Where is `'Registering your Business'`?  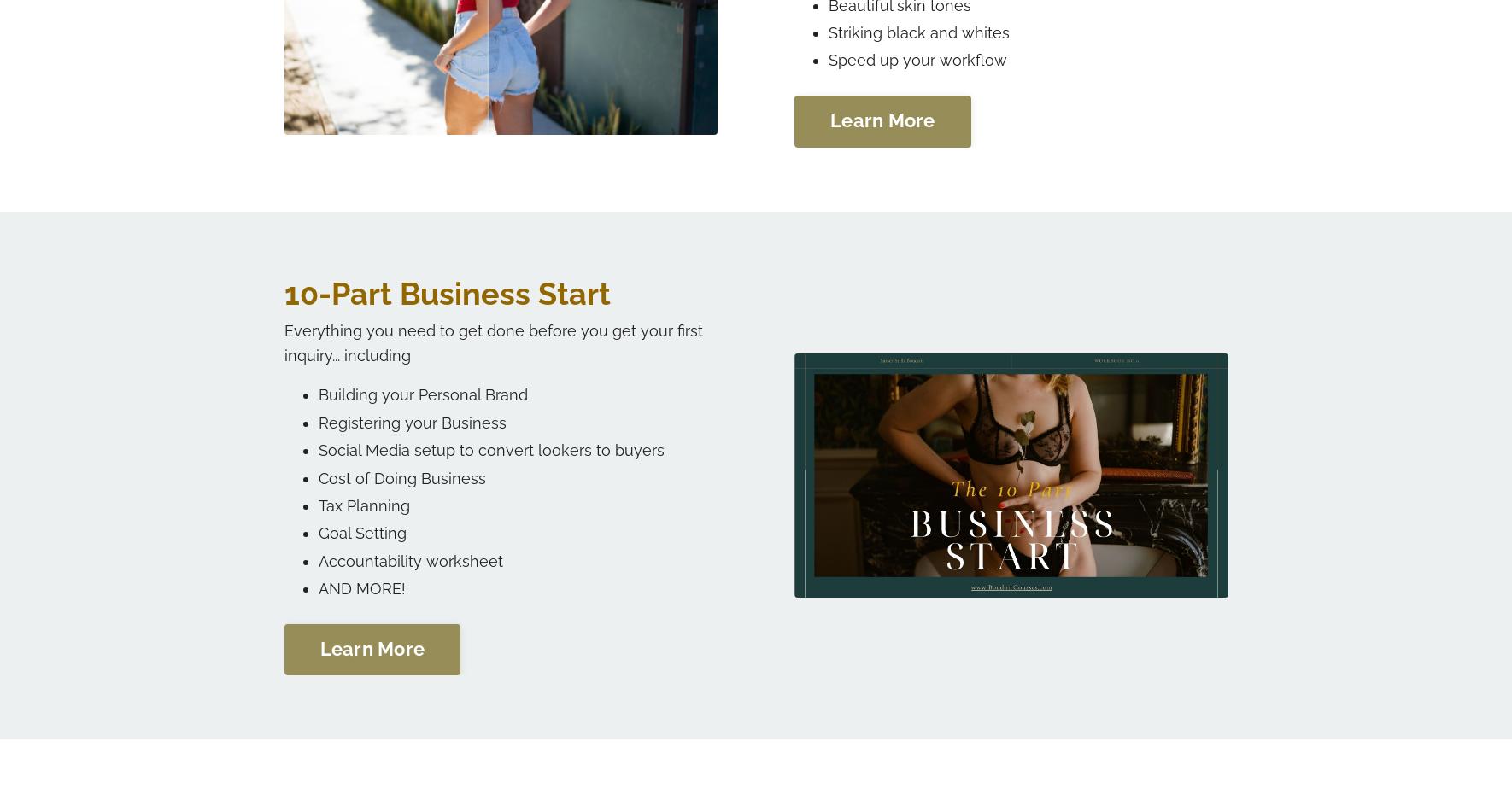 'Registering your Business' is located at coordinates (411, 421).